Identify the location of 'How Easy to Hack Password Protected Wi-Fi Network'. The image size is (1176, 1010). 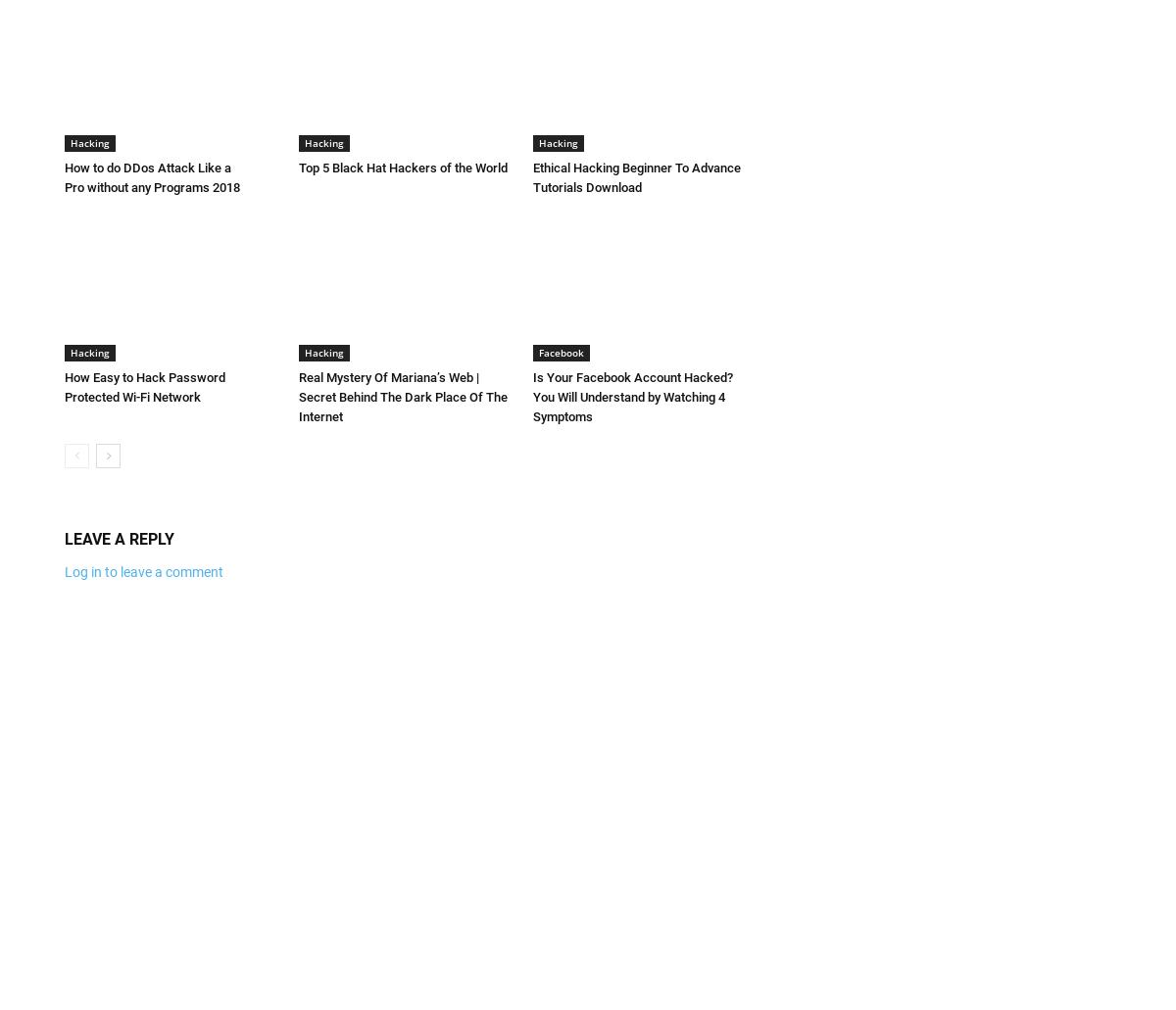
(144, 385).